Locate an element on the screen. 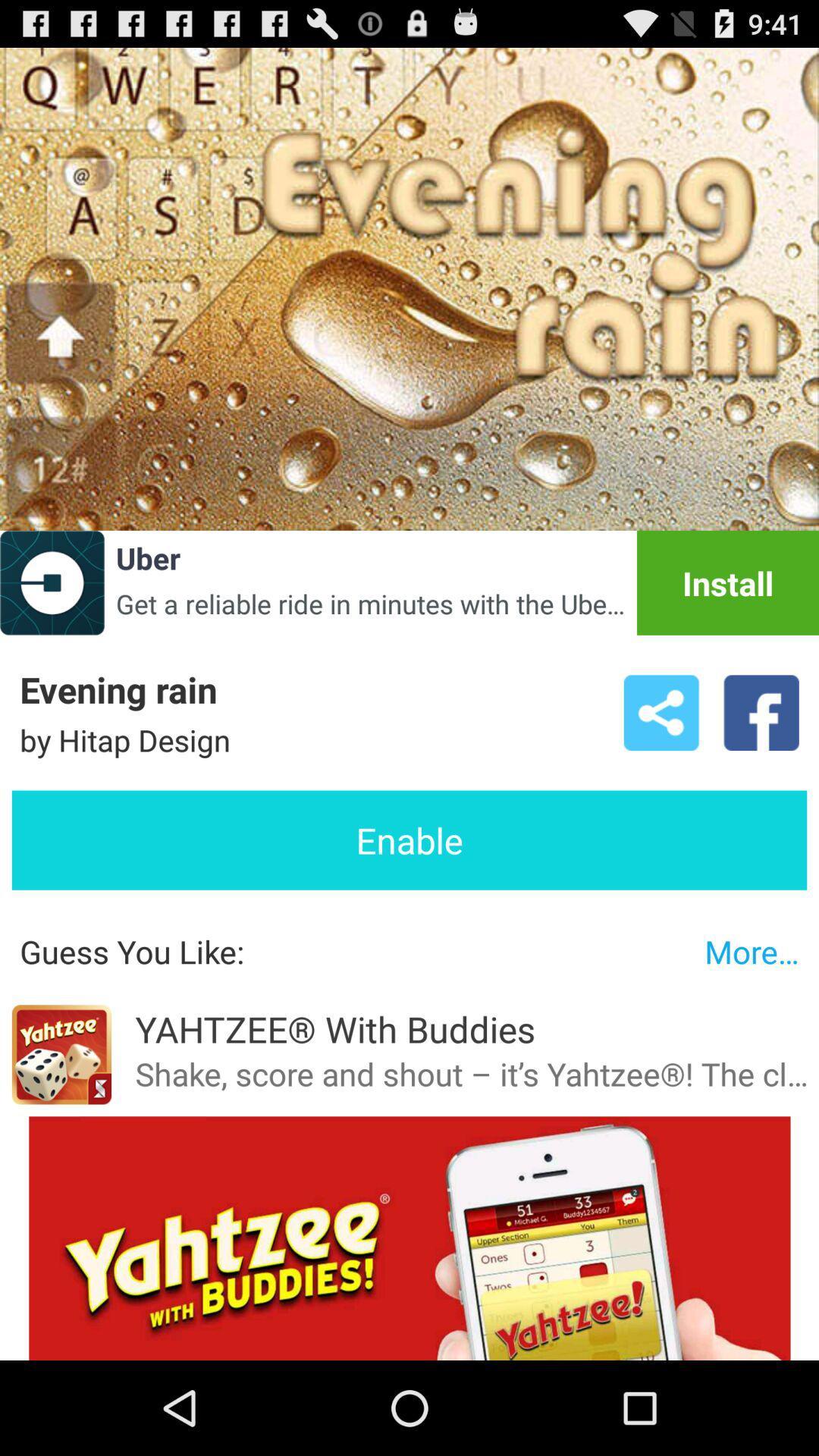 This screenshot has width=819, height=1456. enable is located at coordinates (409, 839).